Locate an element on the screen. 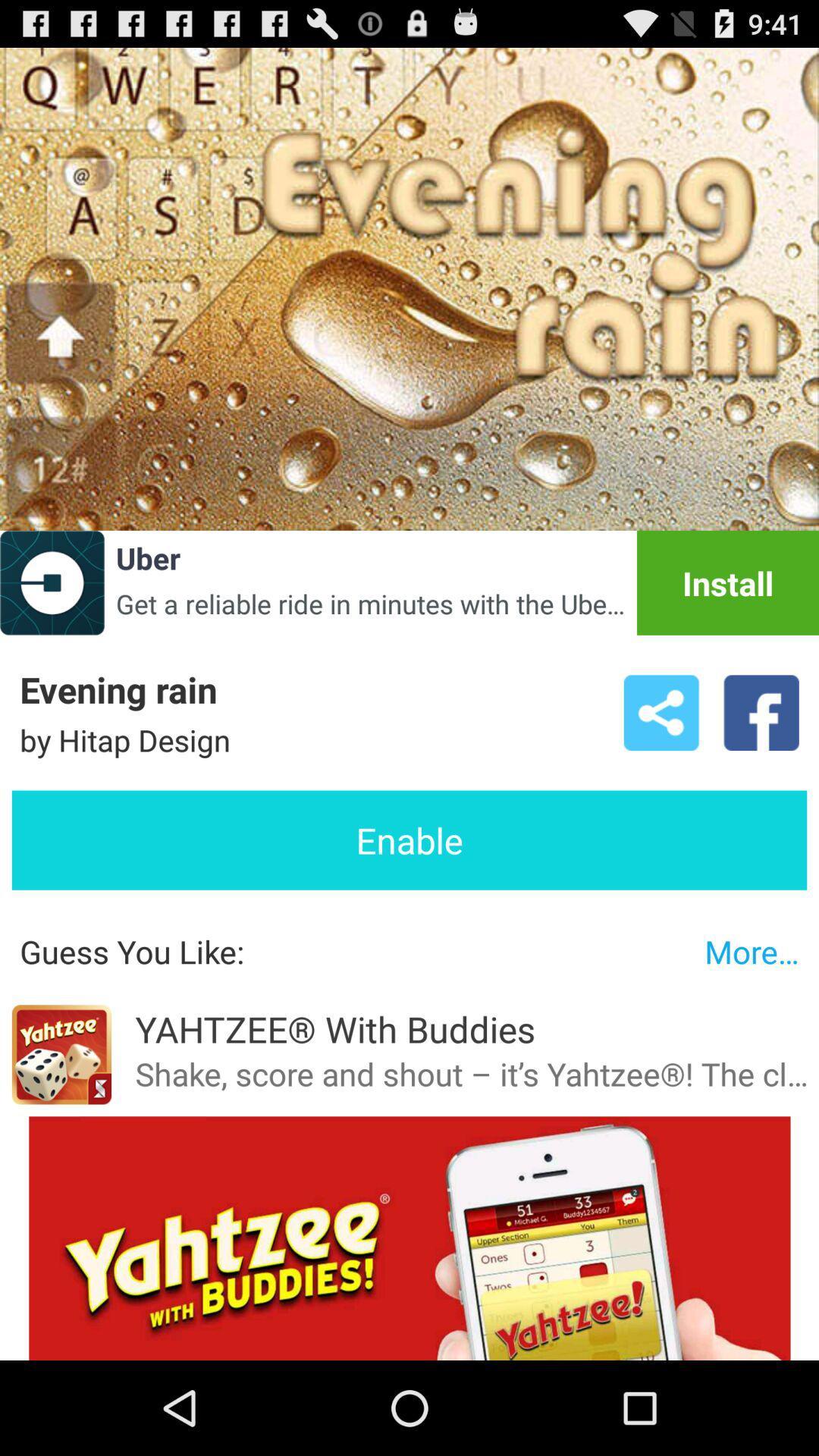 This screenshot has width=819, height=1456. enable is located at coordinates (409, 839).